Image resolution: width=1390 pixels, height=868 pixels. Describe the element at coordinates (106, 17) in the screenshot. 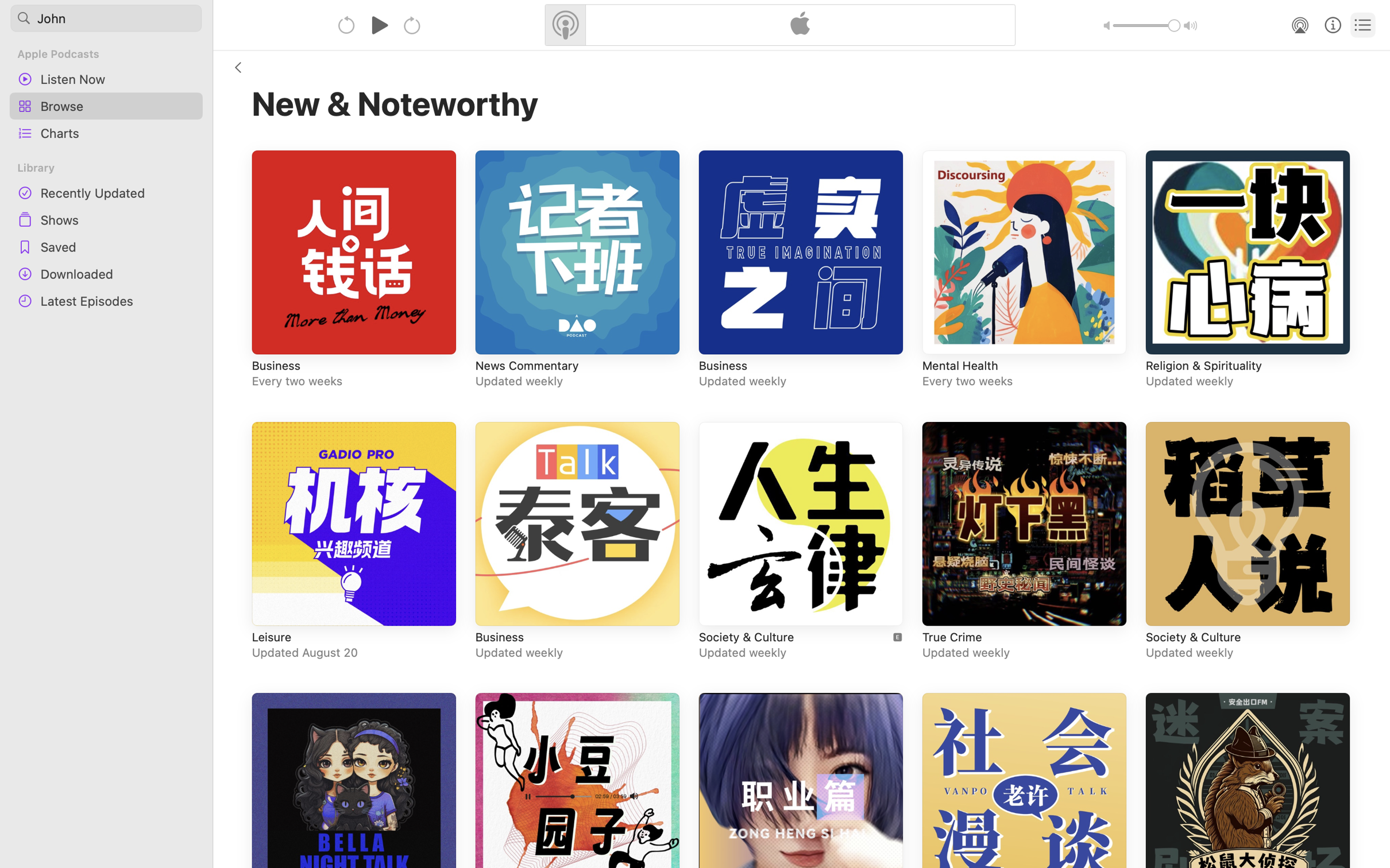

I see `'John'` at that location.